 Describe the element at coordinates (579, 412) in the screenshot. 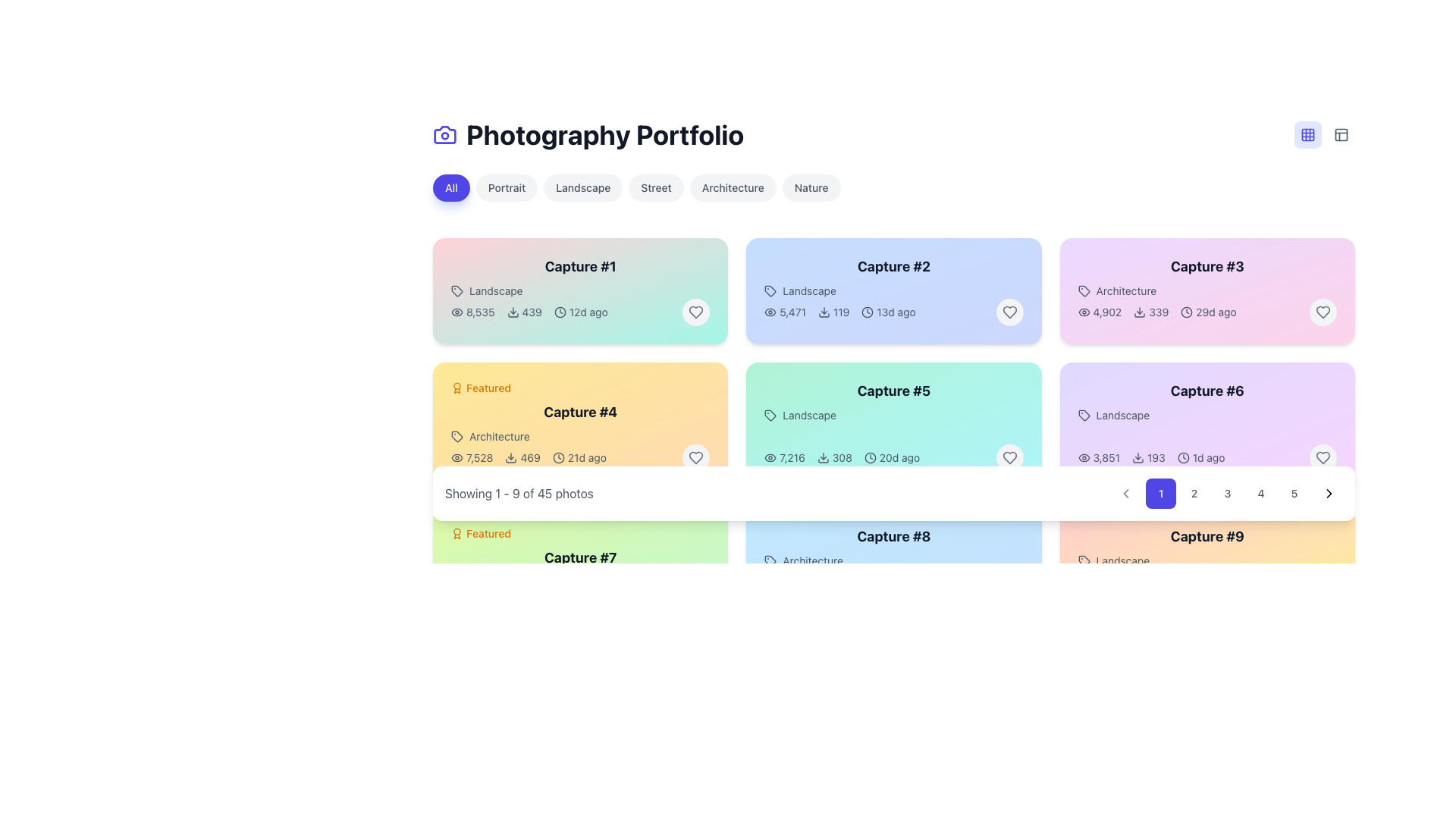

I see `the 'Capture #4' portfolio item card, which features descriptive information and an icon, located in the second row, first column of the grid layout` at that location.